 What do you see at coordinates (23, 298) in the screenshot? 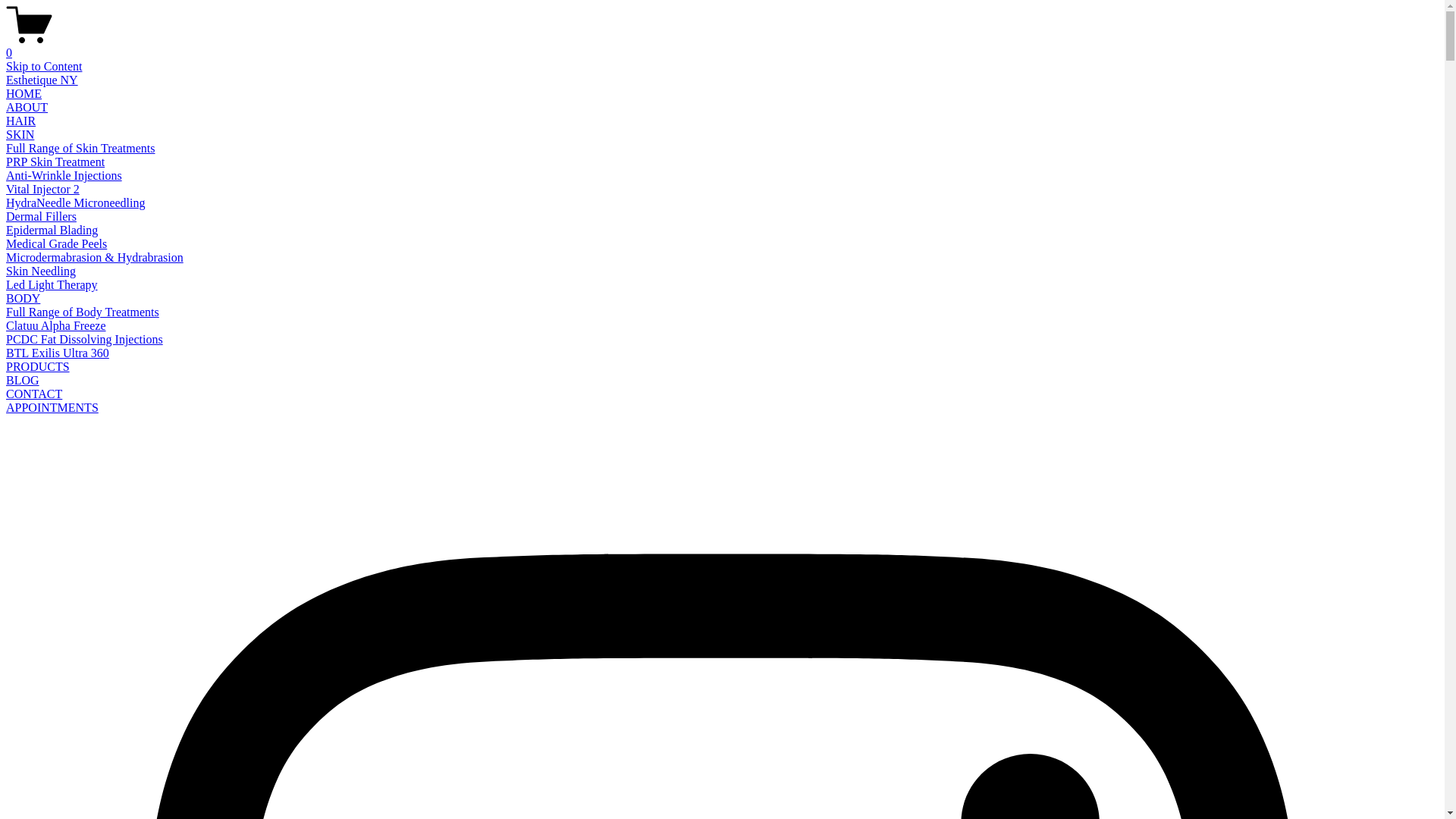
I see `'BODY'` at bounding box center [23, 298].